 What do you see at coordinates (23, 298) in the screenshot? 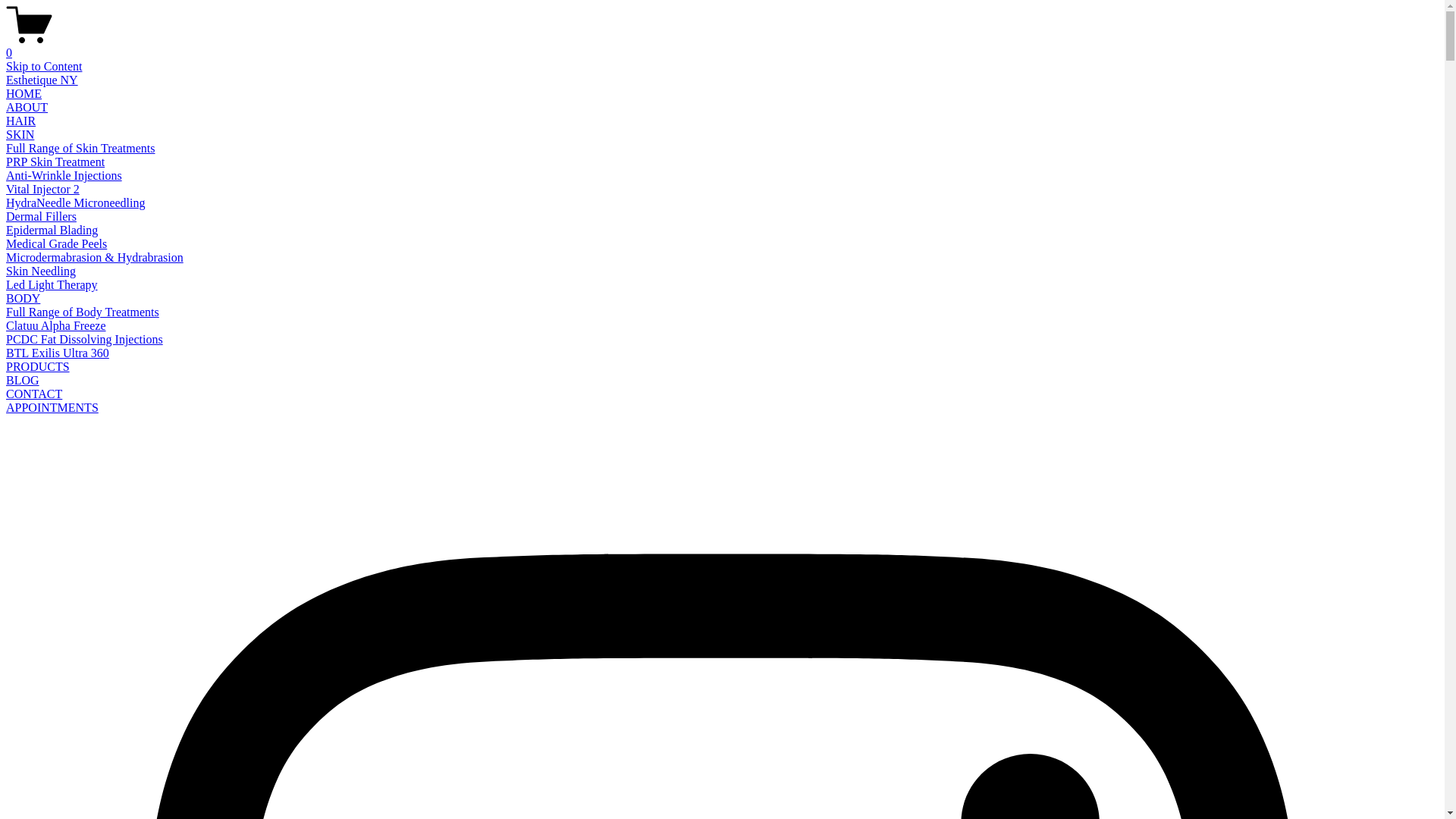
I see `'BODY'` at bounding box center [23, 298].